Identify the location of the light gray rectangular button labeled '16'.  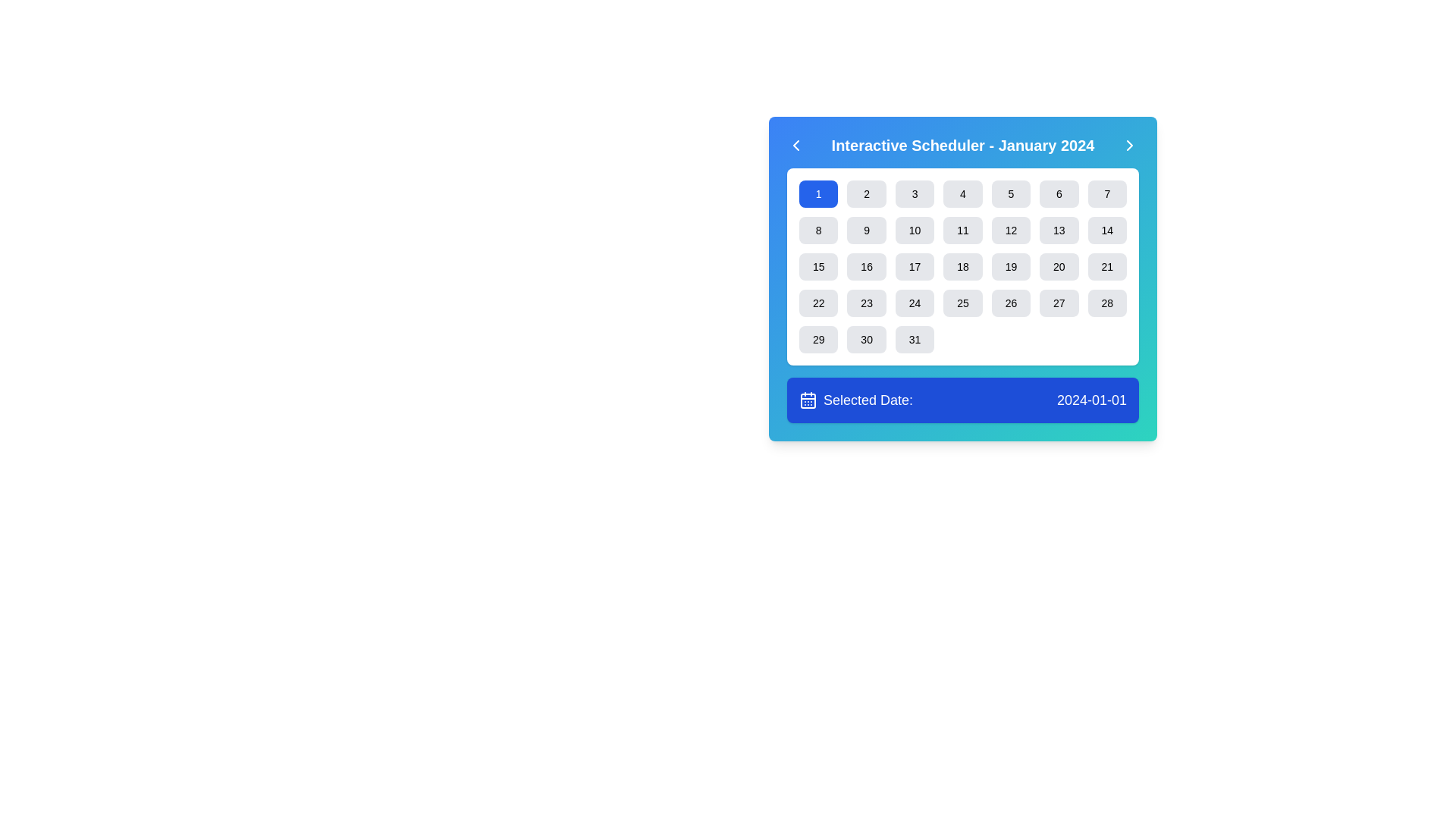
(867, 265).